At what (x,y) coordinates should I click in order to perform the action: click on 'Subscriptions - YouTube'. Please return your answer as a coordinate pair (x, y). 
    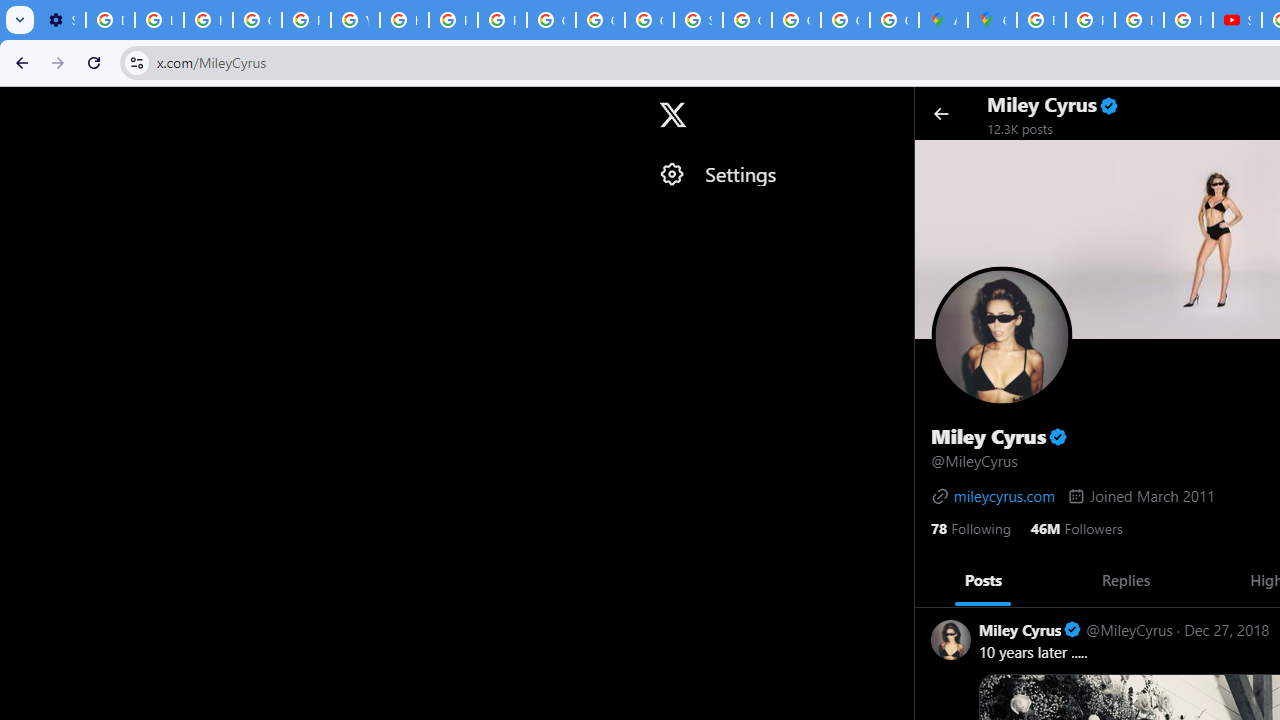
    Looking at the image, I should click on (1236, 20).